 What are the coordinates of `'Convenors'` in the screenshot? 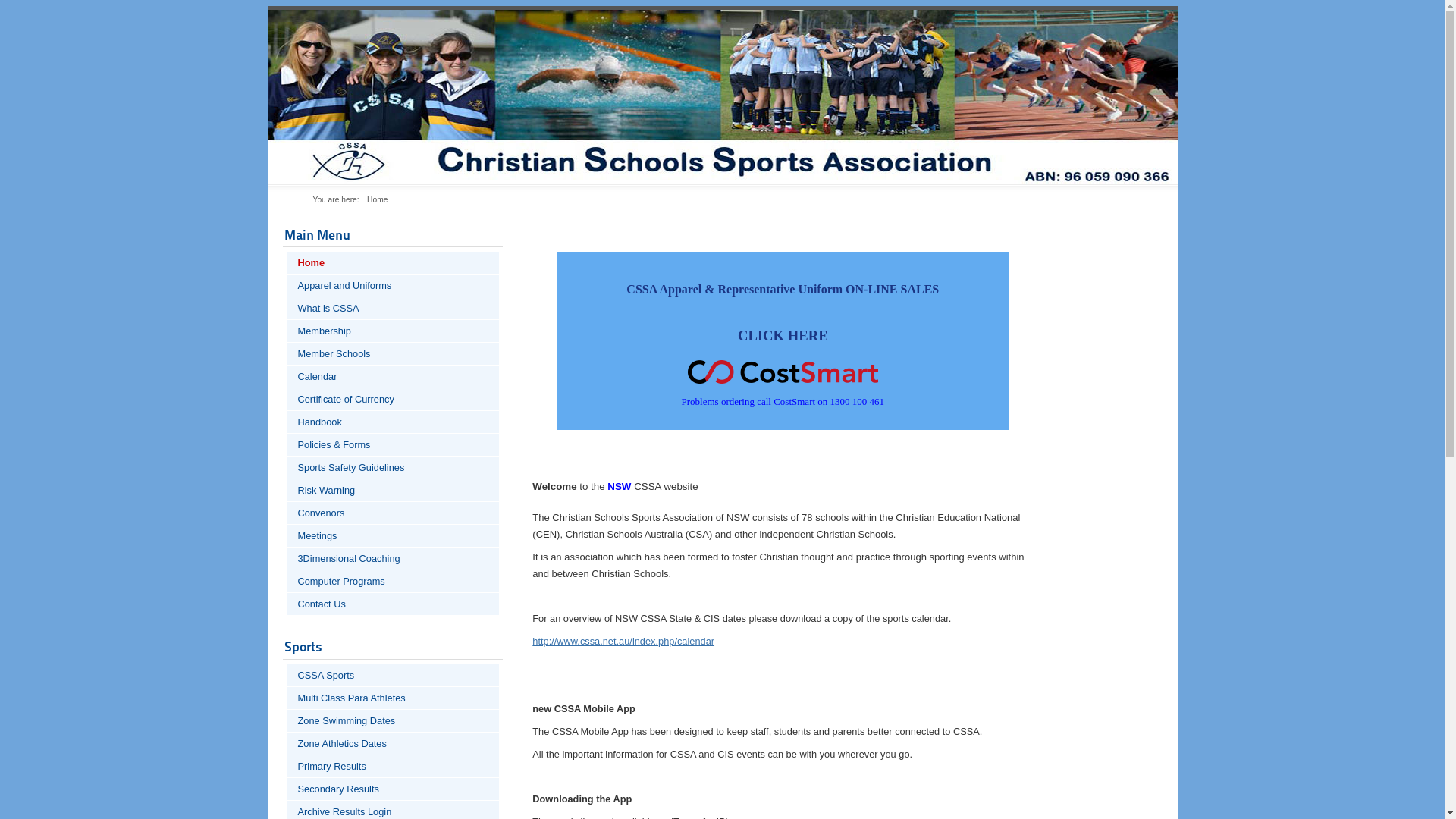 It's located at (393, 512).